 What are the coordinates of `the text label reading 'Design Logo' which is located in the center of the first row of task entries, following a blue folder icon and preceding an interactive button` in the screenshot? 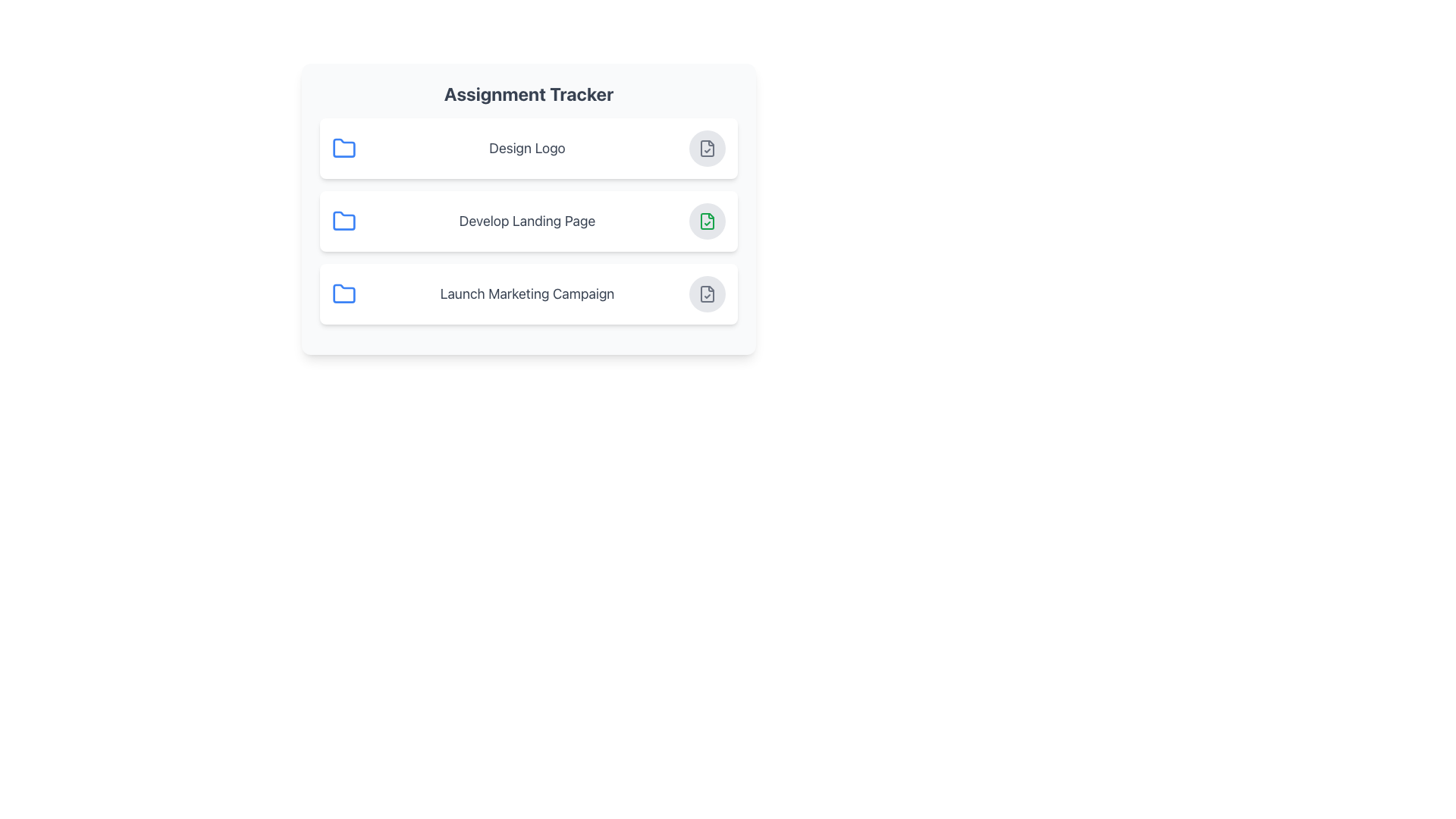 It's located at (527, 149).